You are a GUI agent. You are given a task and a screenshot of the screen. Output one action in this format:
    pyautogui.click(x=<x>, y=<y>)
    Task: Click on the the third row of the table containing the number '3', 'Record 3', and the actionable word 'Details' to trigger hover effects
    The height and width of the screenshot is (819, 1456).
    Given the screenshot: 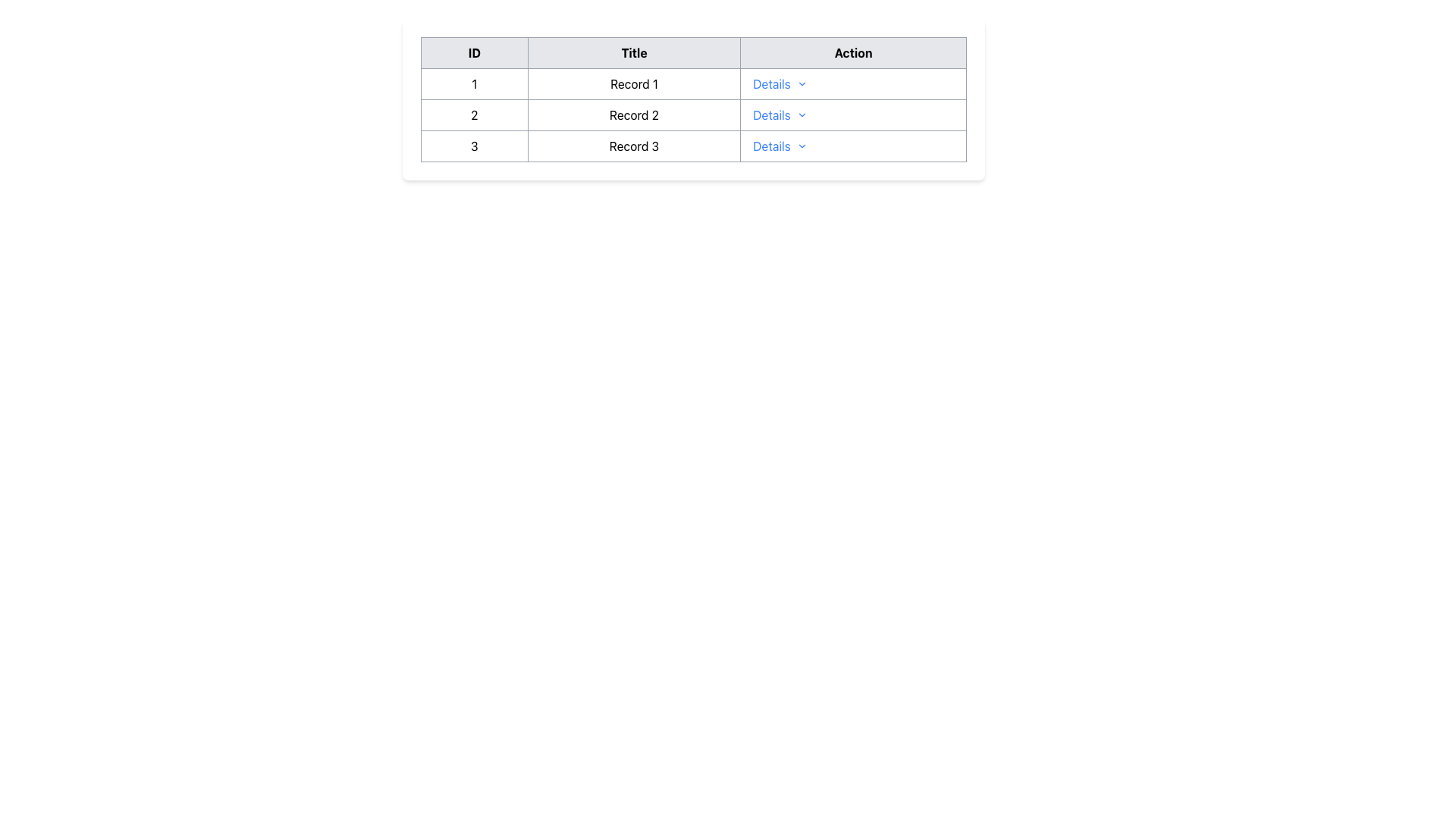 What is the action you would take?
    pyautogui.click(x=693, y=146)
    